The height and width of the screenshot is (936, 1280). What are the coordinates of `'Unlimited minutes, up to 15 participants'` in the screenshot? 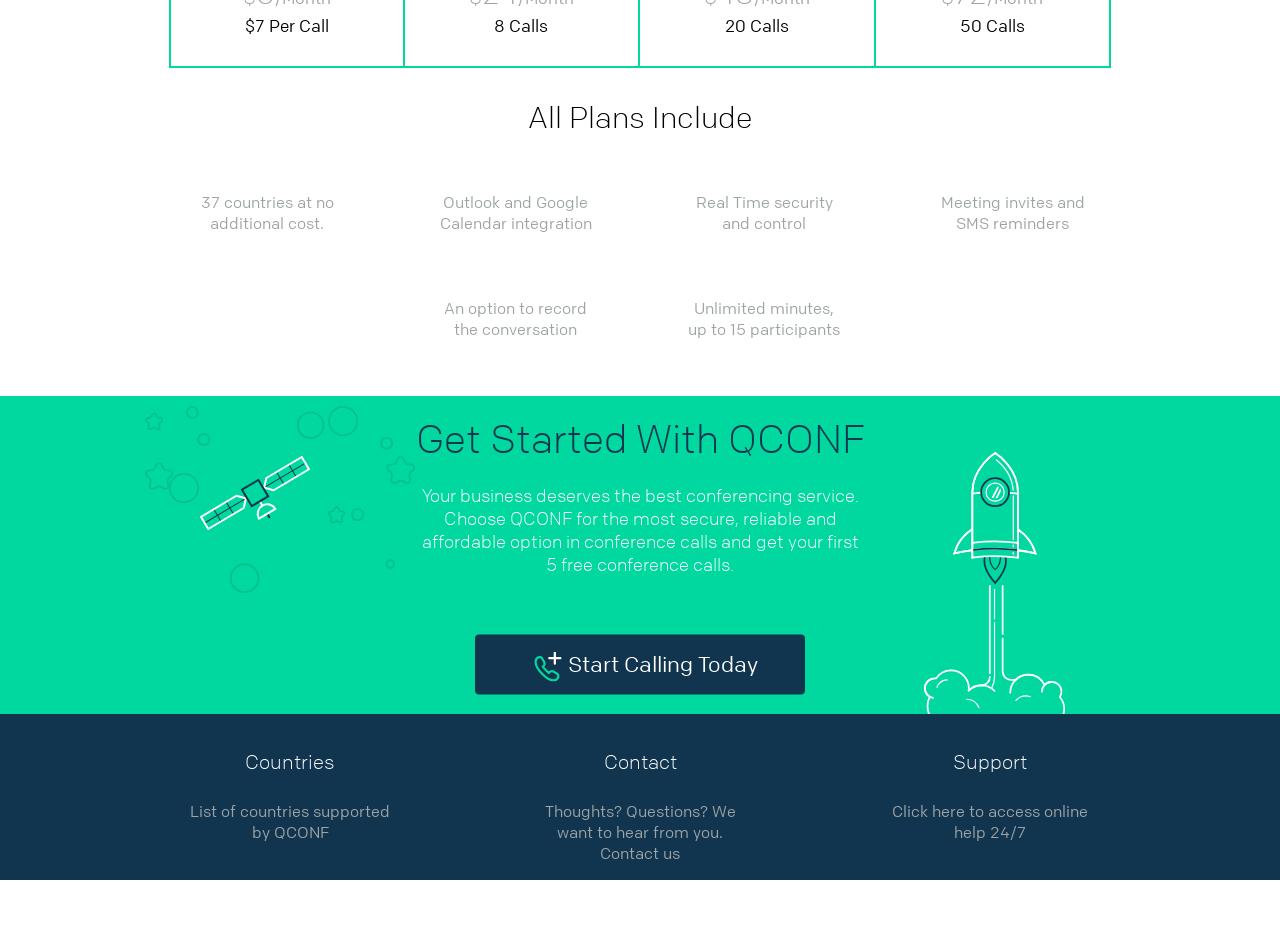 It's located at (688, 317).